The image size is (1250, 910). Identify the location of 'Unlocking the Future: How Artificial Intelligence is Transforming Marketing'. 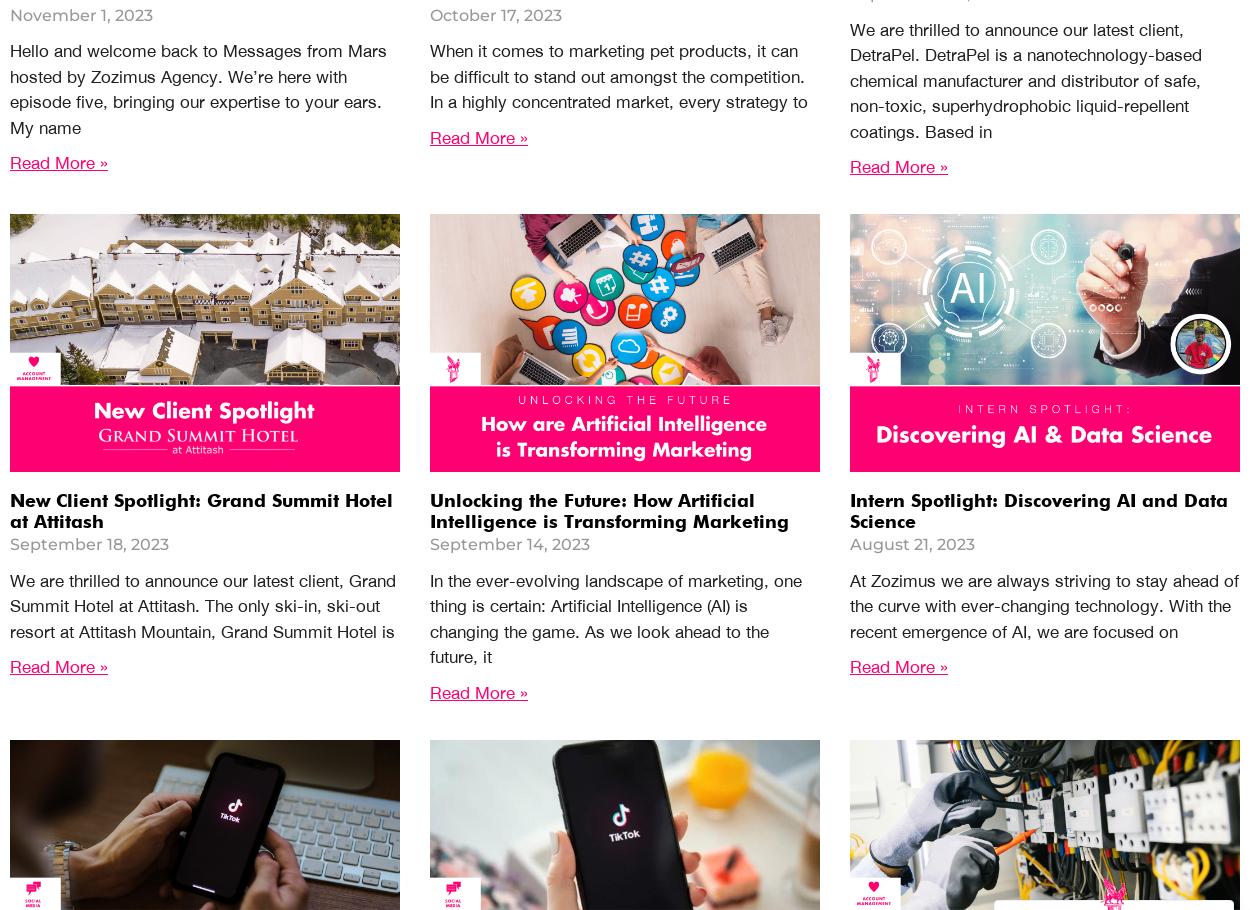
(608, 511).